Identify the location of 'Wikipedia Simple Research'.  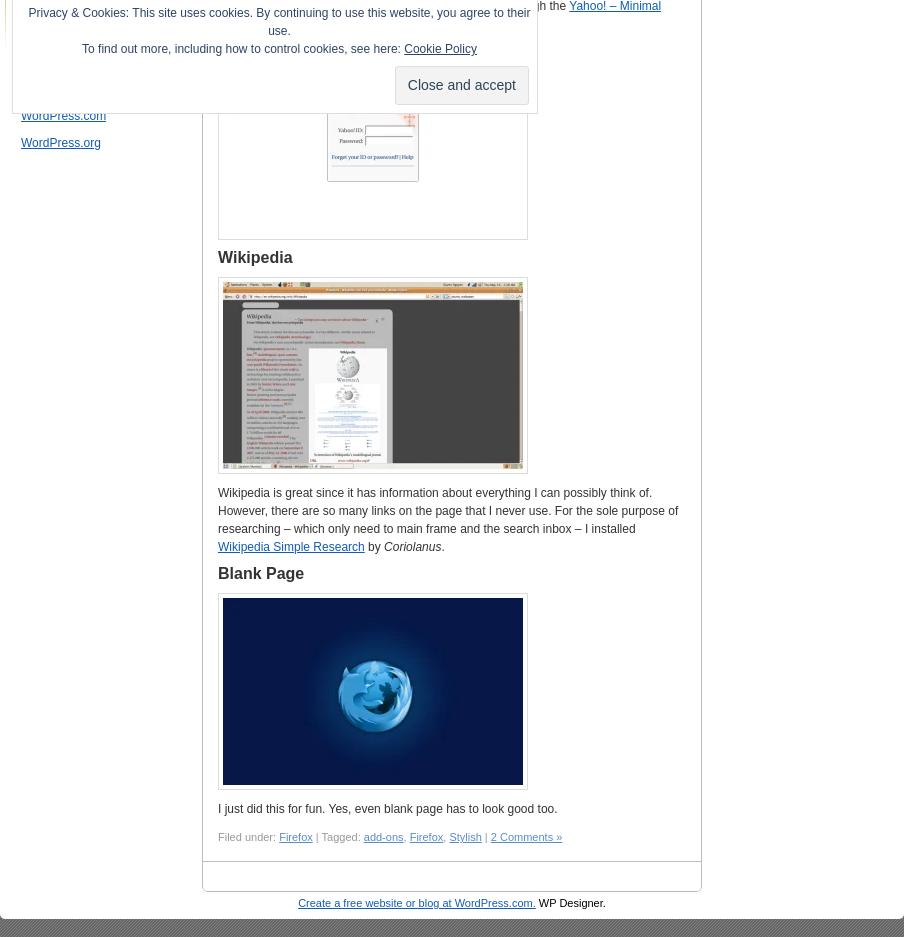
(290, 547).